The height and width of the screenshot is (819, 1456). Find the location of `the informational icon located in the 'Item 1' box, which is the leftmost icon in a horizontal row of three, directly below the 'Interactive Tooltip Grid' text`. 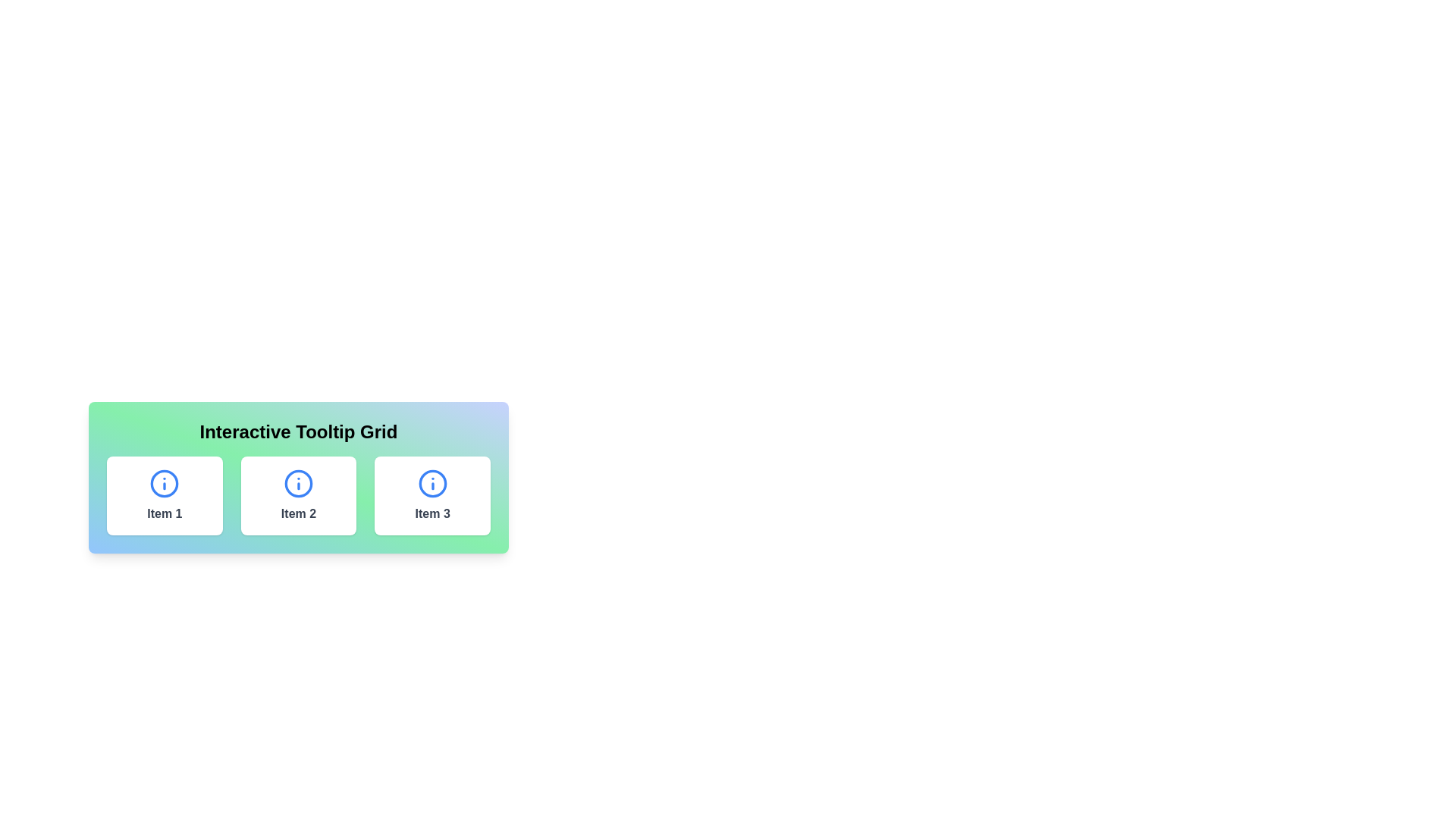

the informational icon located in the 'Item 1' box, which is the leftmost icon in a horizontal row of three, directly below the 'Interactive Tooltip Grid' text is located at coordinates (165, 483).